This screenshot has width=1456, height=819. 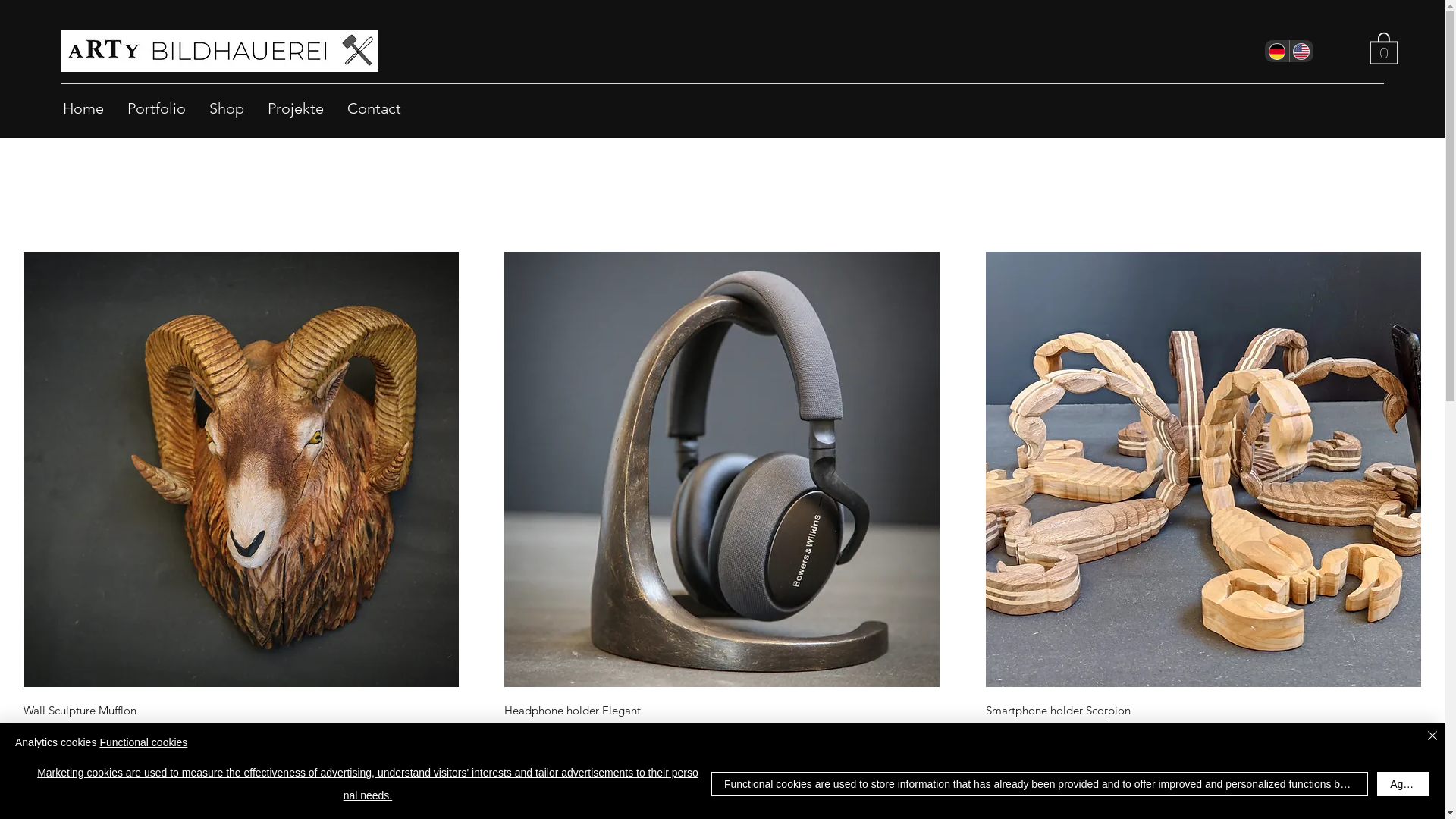 I want to click on 'Home', so click(x=83, y=107).